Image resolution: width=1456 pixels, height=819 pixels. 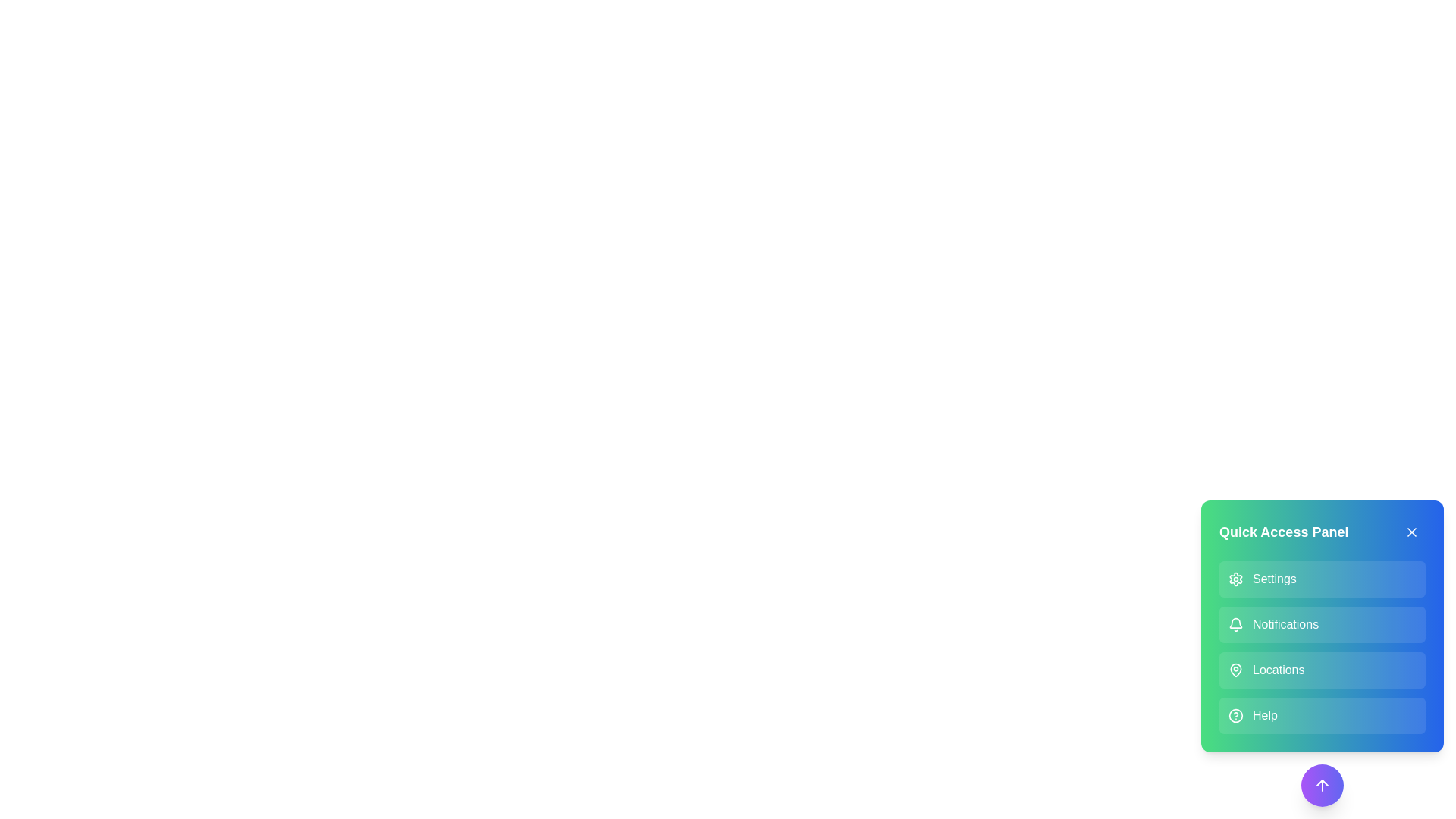 What do you see at coordinates (1236, 579) in the screenshot?
I see `the gear-like icon representing 'Settings' in the Quick Access Panel, which is the first icon aligned to the left of the text` at bounding box center [1236, 579].